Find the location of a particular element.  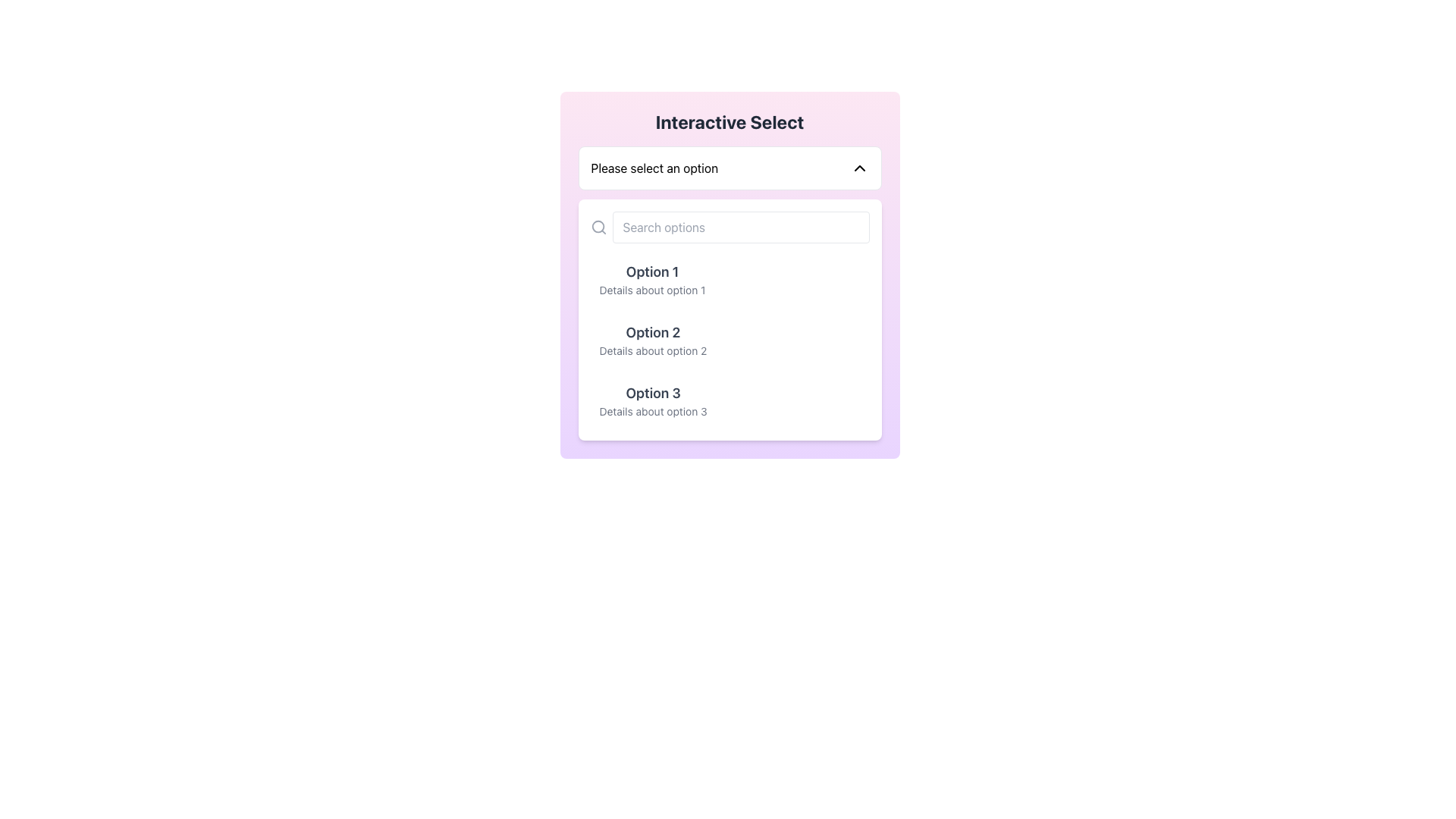

the horizontal search bar input field with the placeholder 'Search options' to focus it is located at coordinates (730, 227).